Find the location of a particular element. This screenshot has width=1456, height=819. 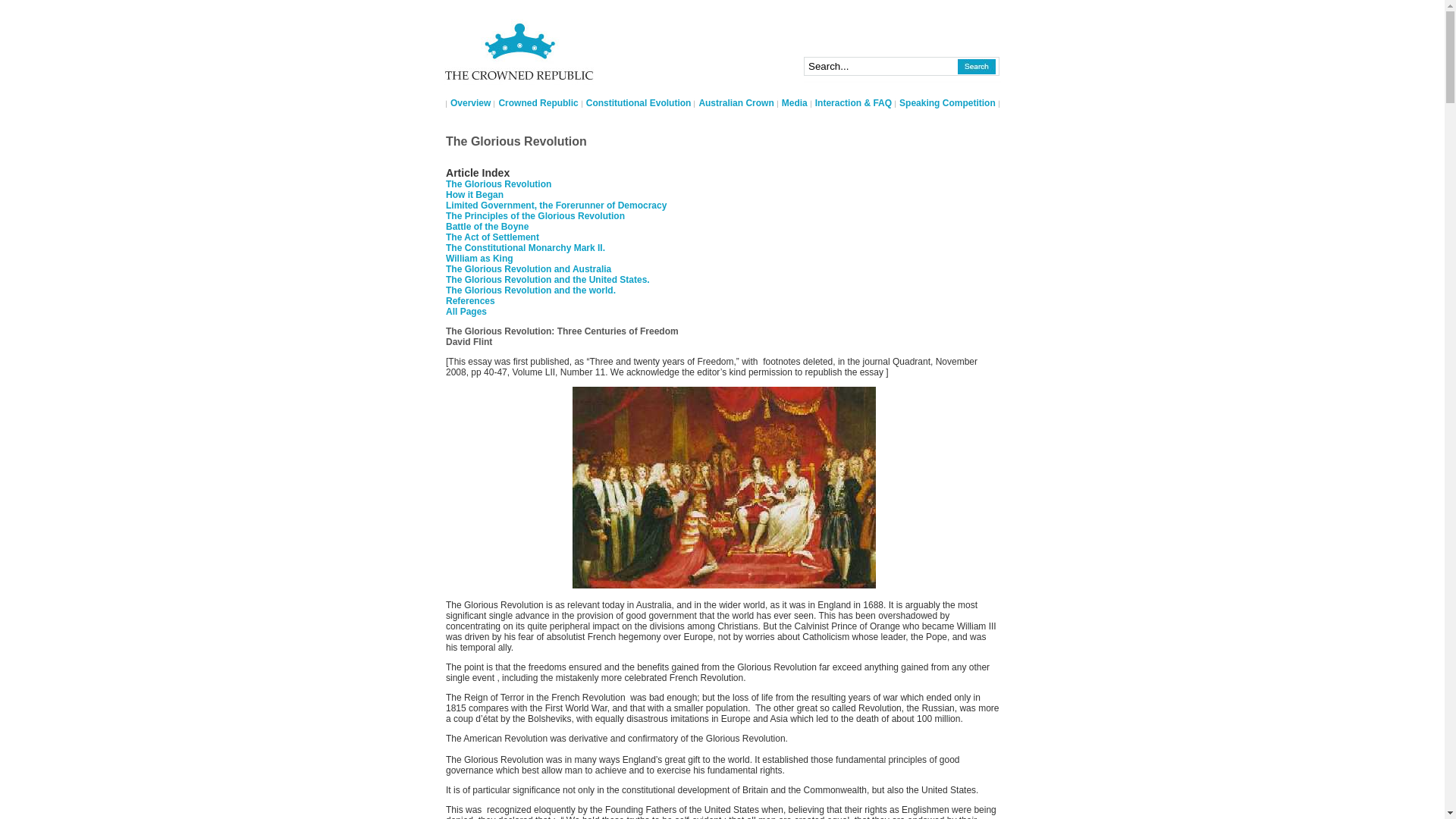

'William as King' is located at coordinates (479, 257).